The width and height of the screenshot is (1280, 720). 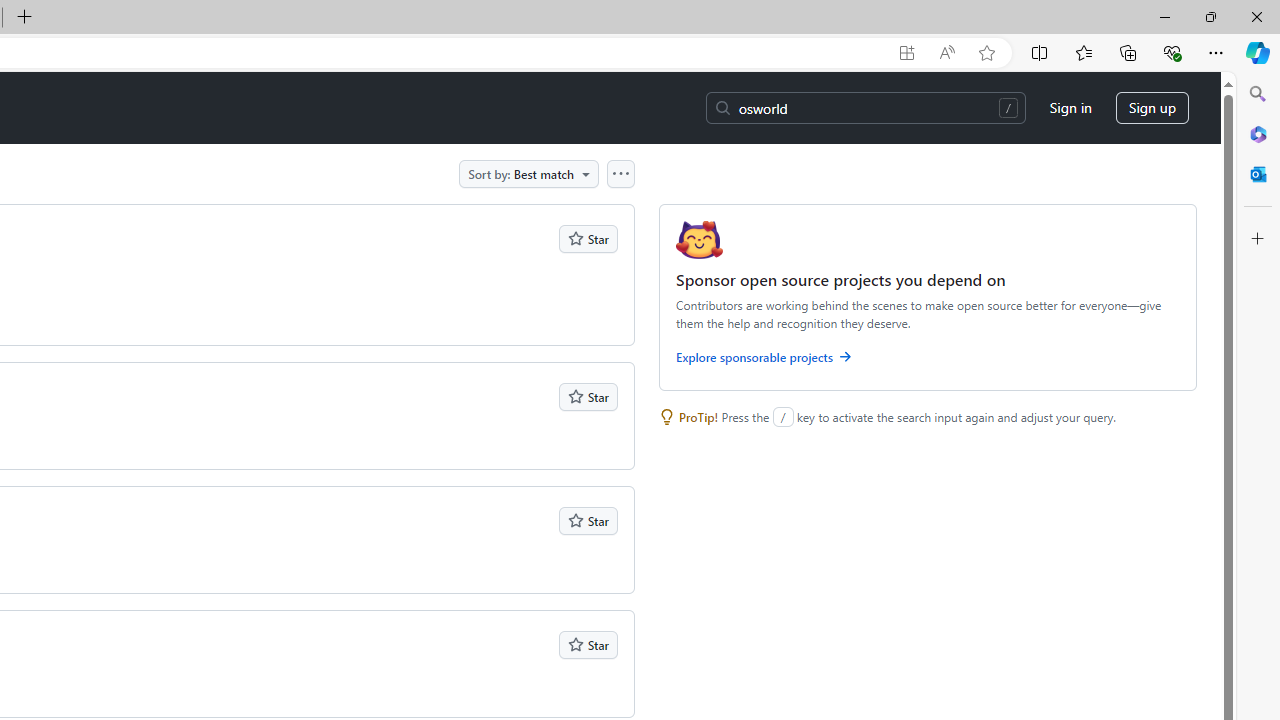 I want to click on 'Open column options', so click(x=619, y=172).